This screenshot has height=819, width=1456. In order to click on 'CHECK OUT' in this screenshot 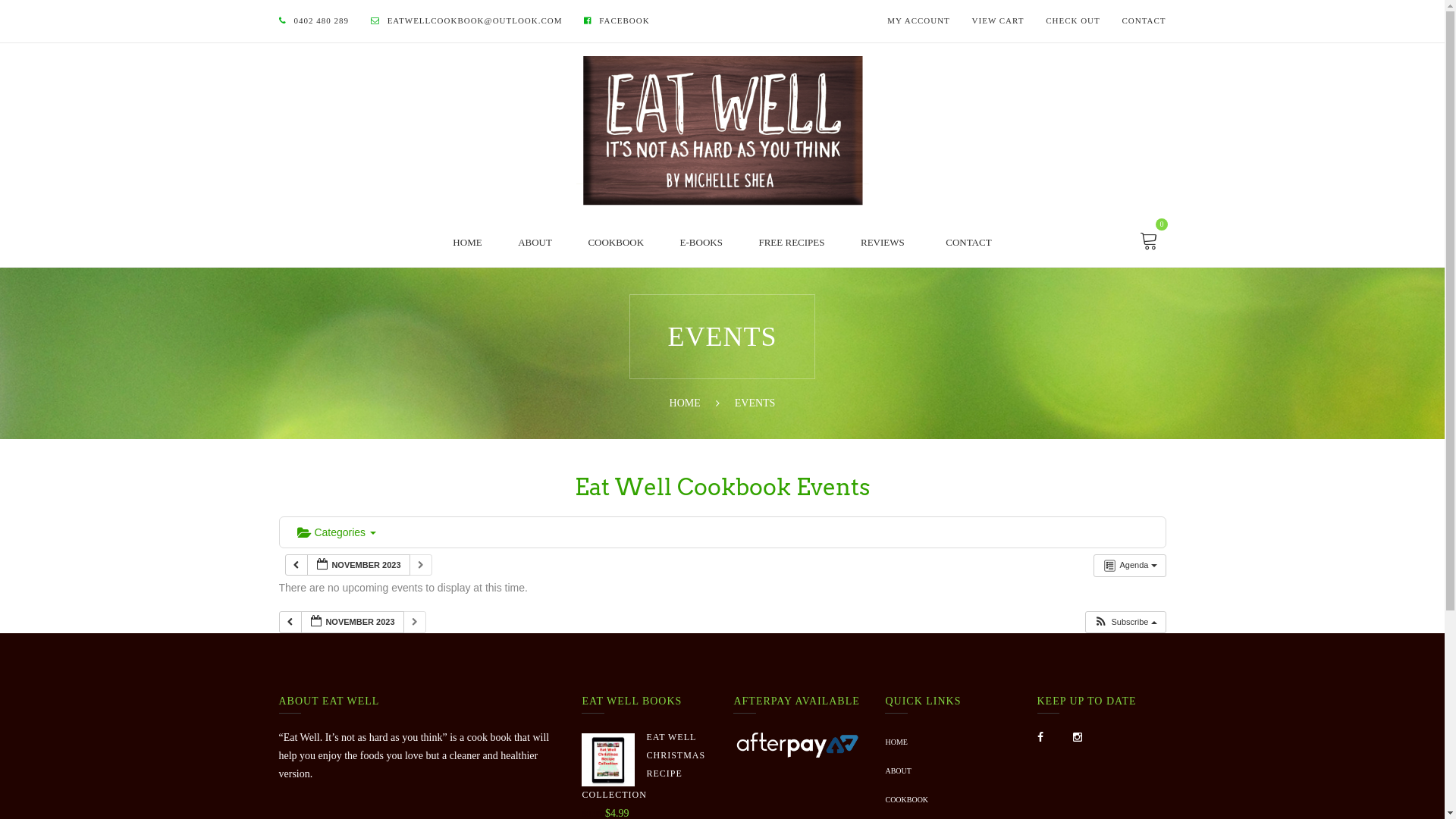, I will do `click(1072, 20)`.